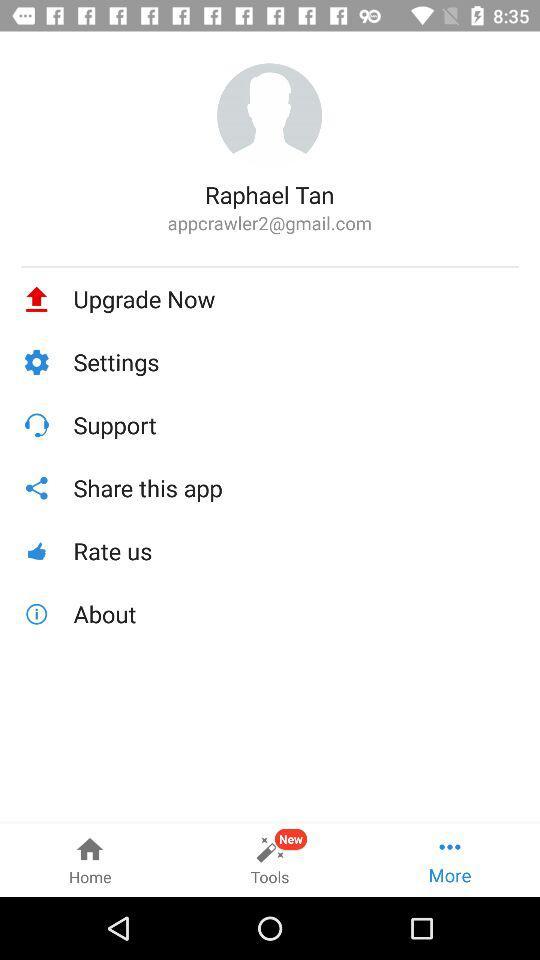  I want to click on appcrawler2@gmail.com icon, so click(269, 223).